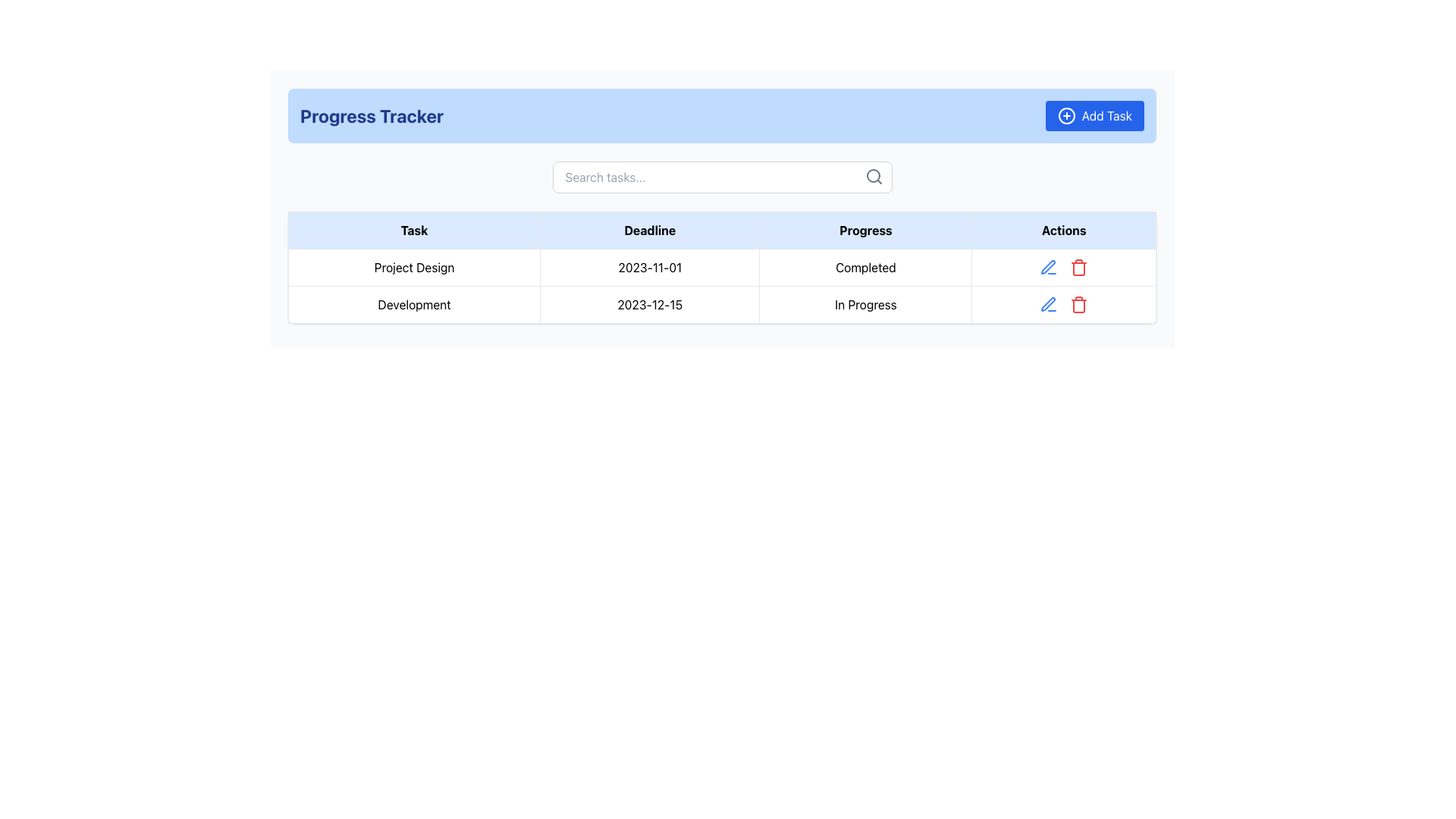 Image resolution: width=1456 pixels, height=819 pixels. What do you see at coordinates (866, 267) in the screenshot?
I see `the 'Completed' text label located in the third cell of the first row under the 'Progress' header in the table` at bounding box center [866, 267].